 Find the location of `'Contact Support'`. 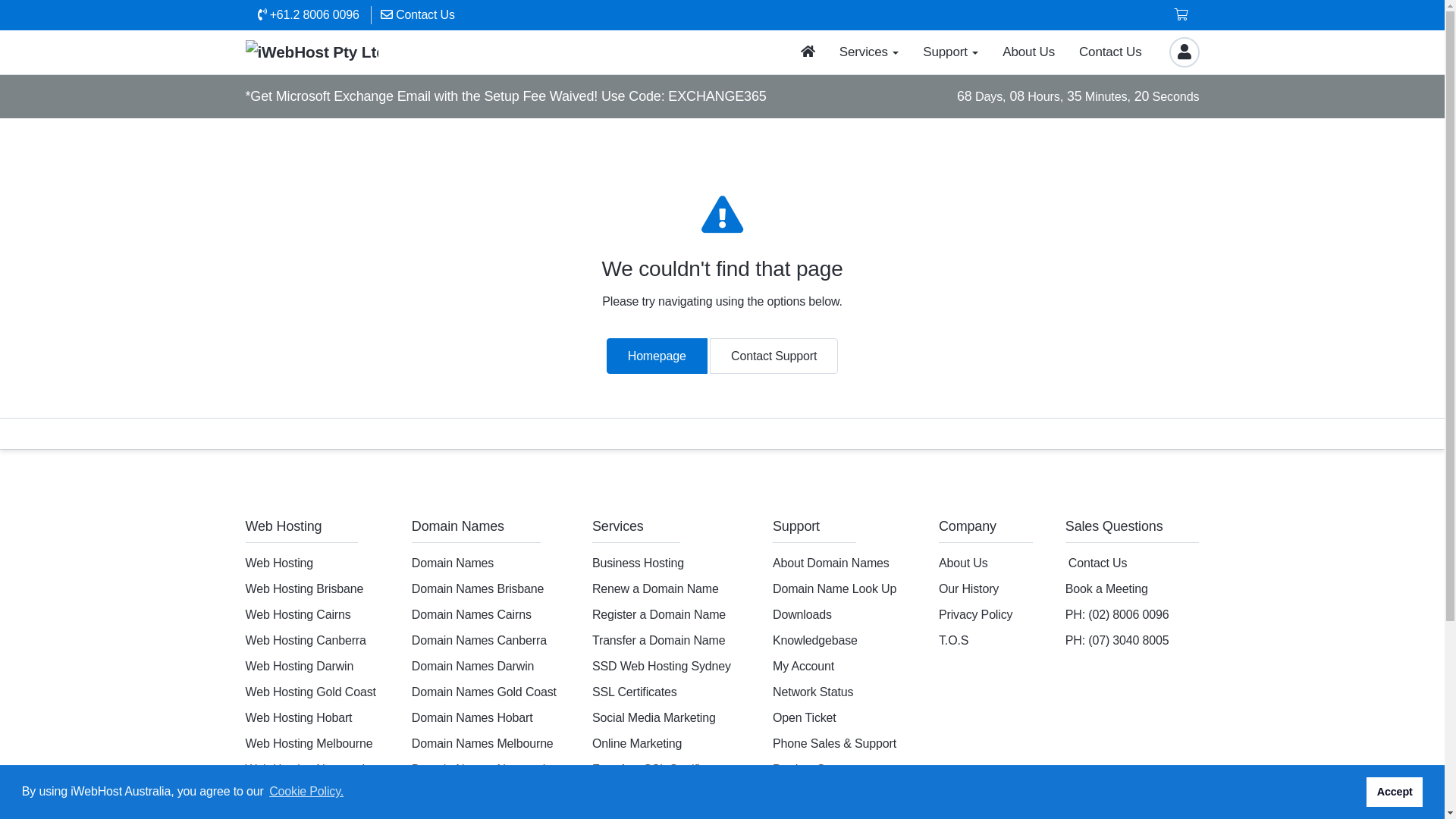

'Contact Support' is located at coordinates (773, 356).